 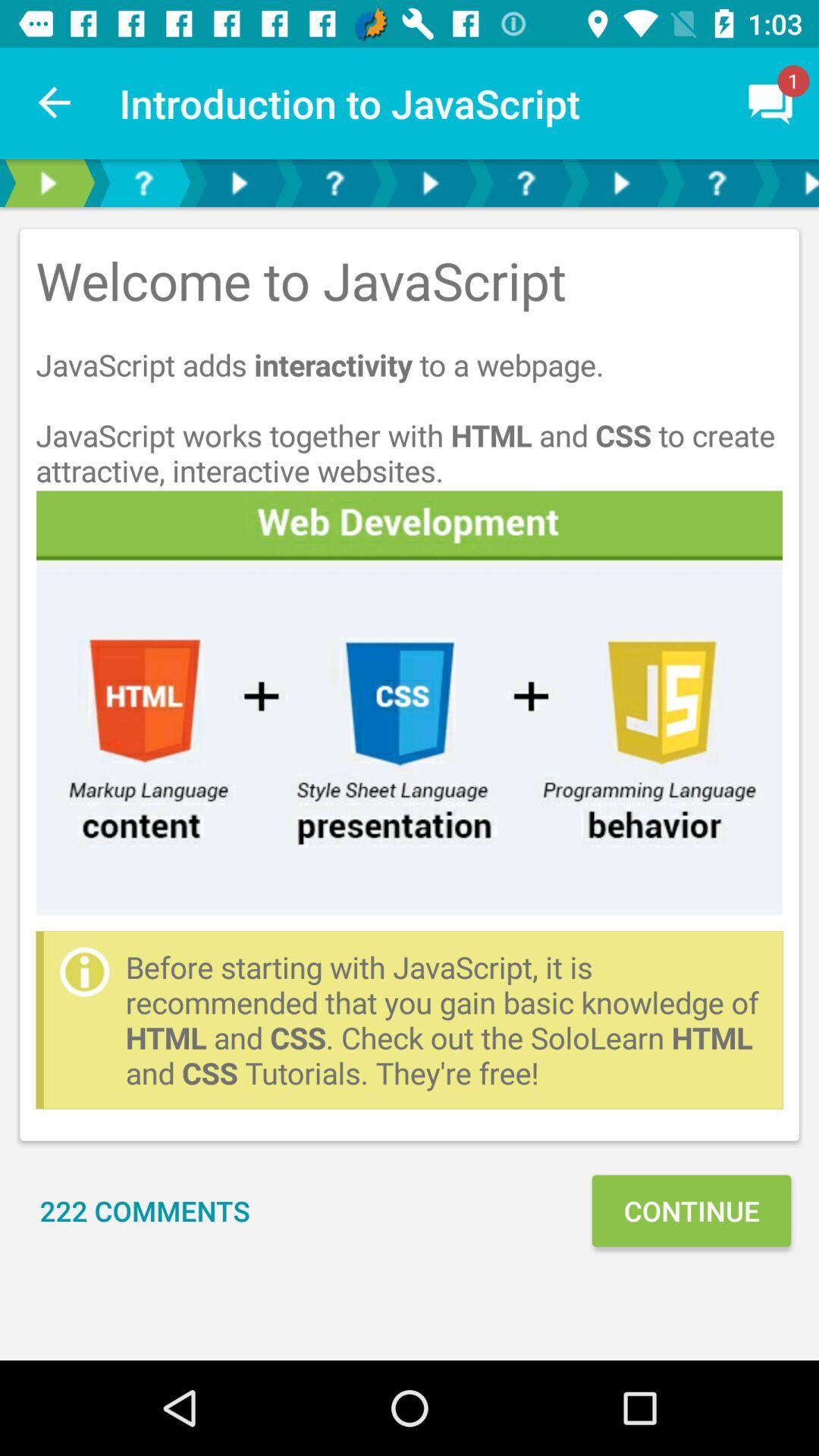 What do you see at coordinates (445, 1020) in the screenshot?
I see `the before starting with icon` at bounding box center [445, 1020].